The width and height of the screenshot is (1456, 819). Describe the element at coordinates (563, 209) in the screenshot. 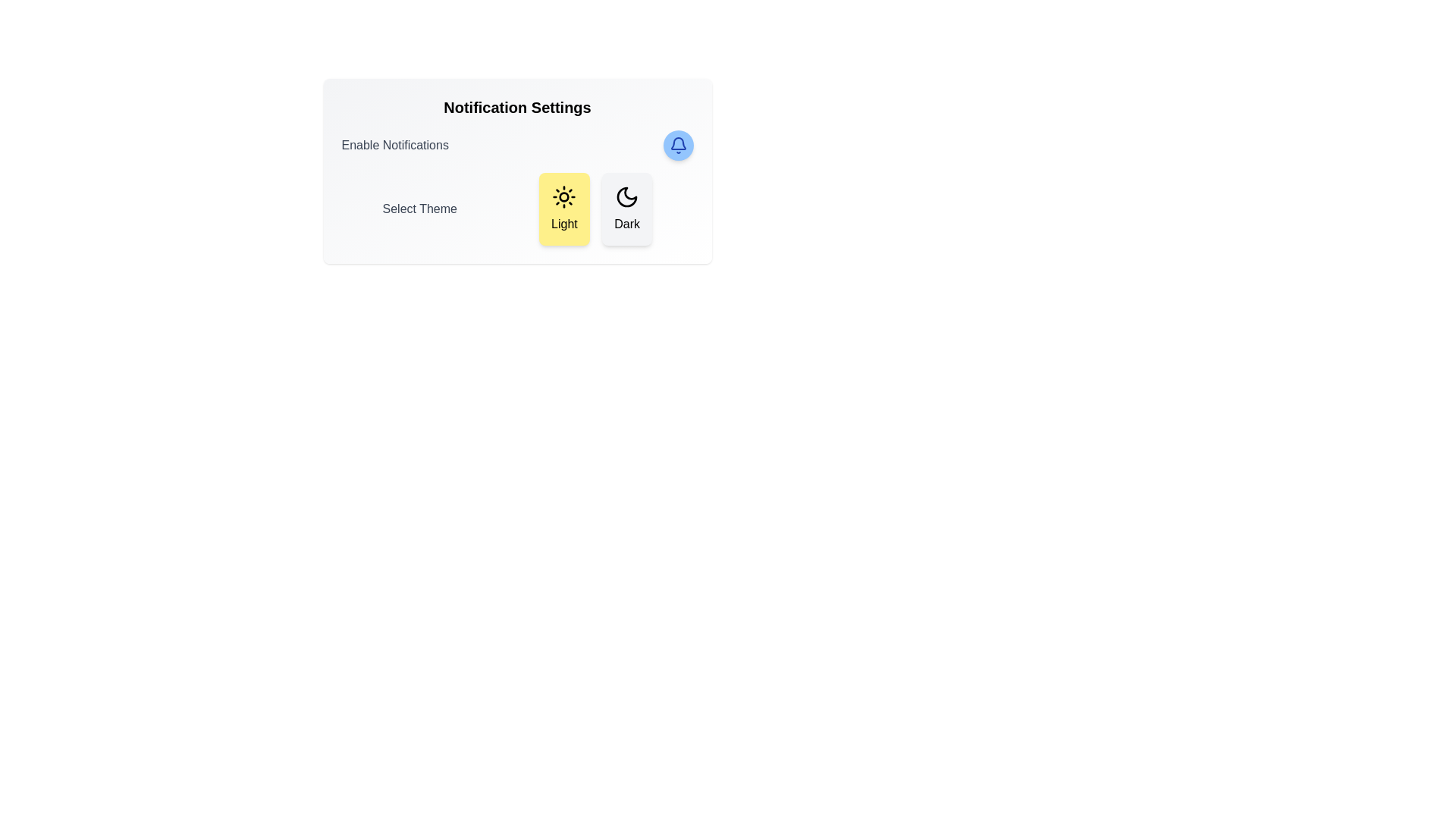

I see `the theme button labeled Light to select the corresponding theme` at that location.